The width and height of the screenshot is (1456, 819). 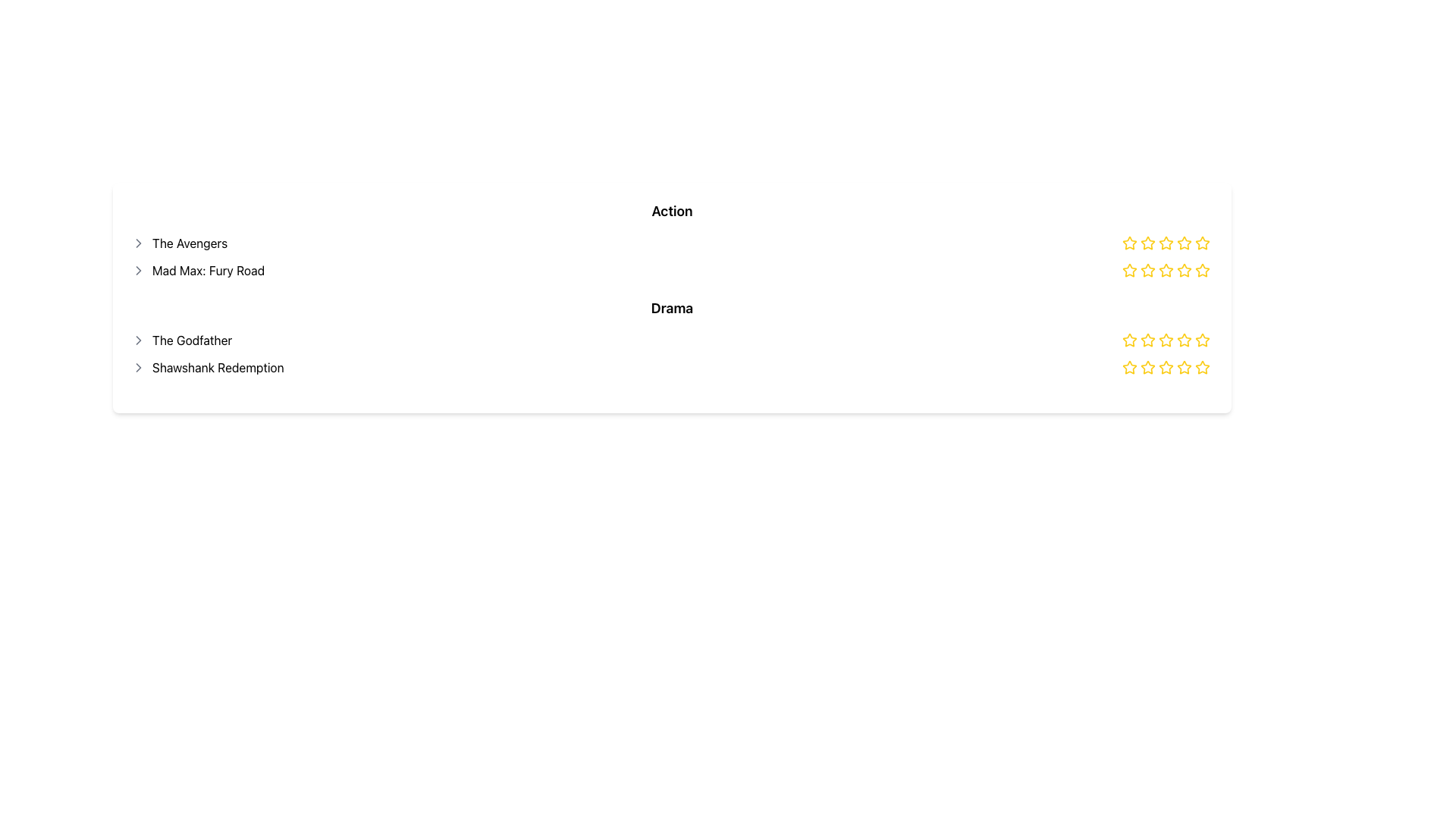 I want to click on the first yellow star-shaped Rating Star Icon associated with 'Shawshank Redemption', so click(x=1128, y=366).